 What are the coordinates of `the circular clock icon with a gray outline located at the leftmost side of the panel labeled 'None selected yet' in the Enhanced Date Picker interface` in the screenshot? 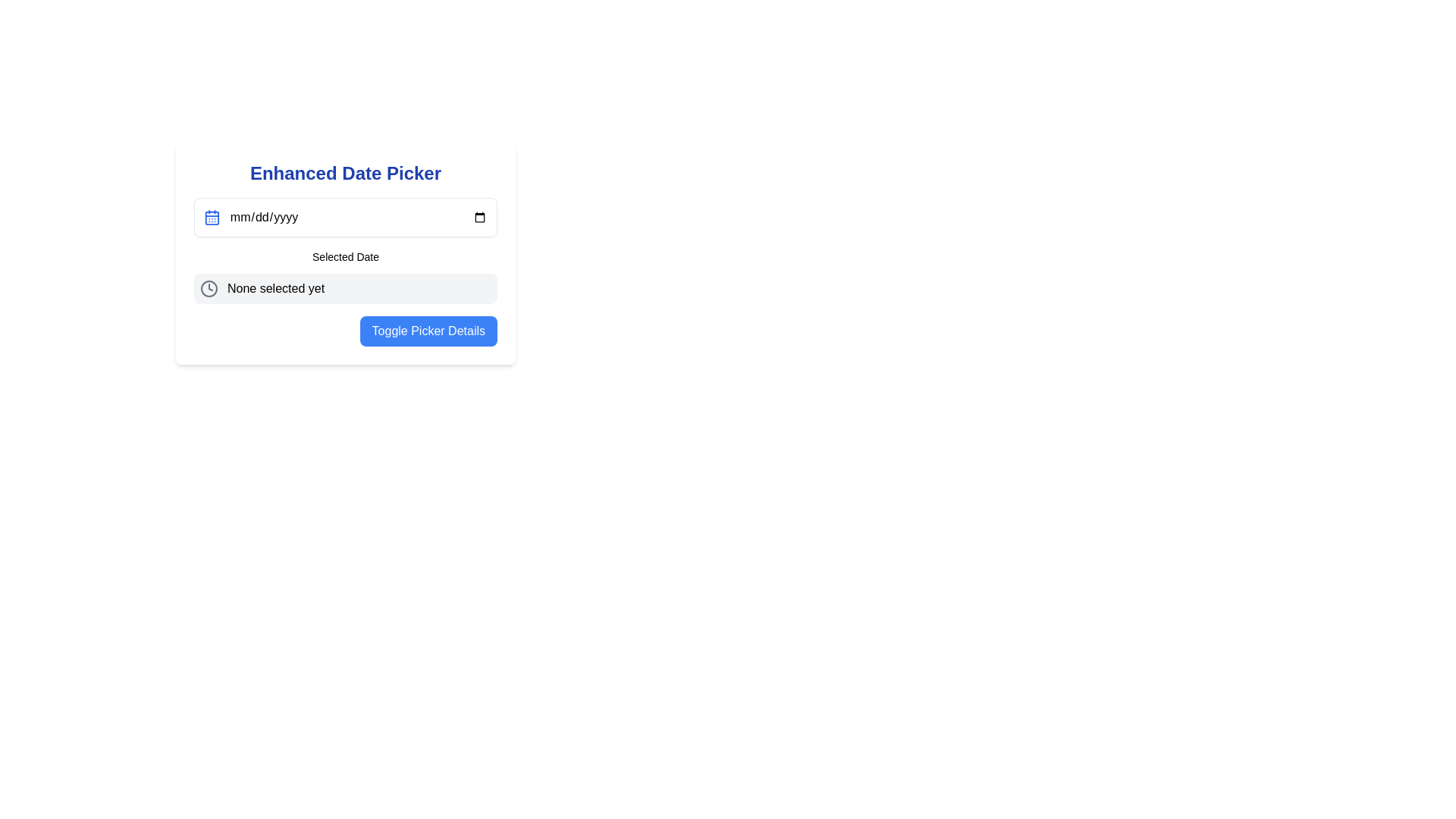 It's located at (208, 289).